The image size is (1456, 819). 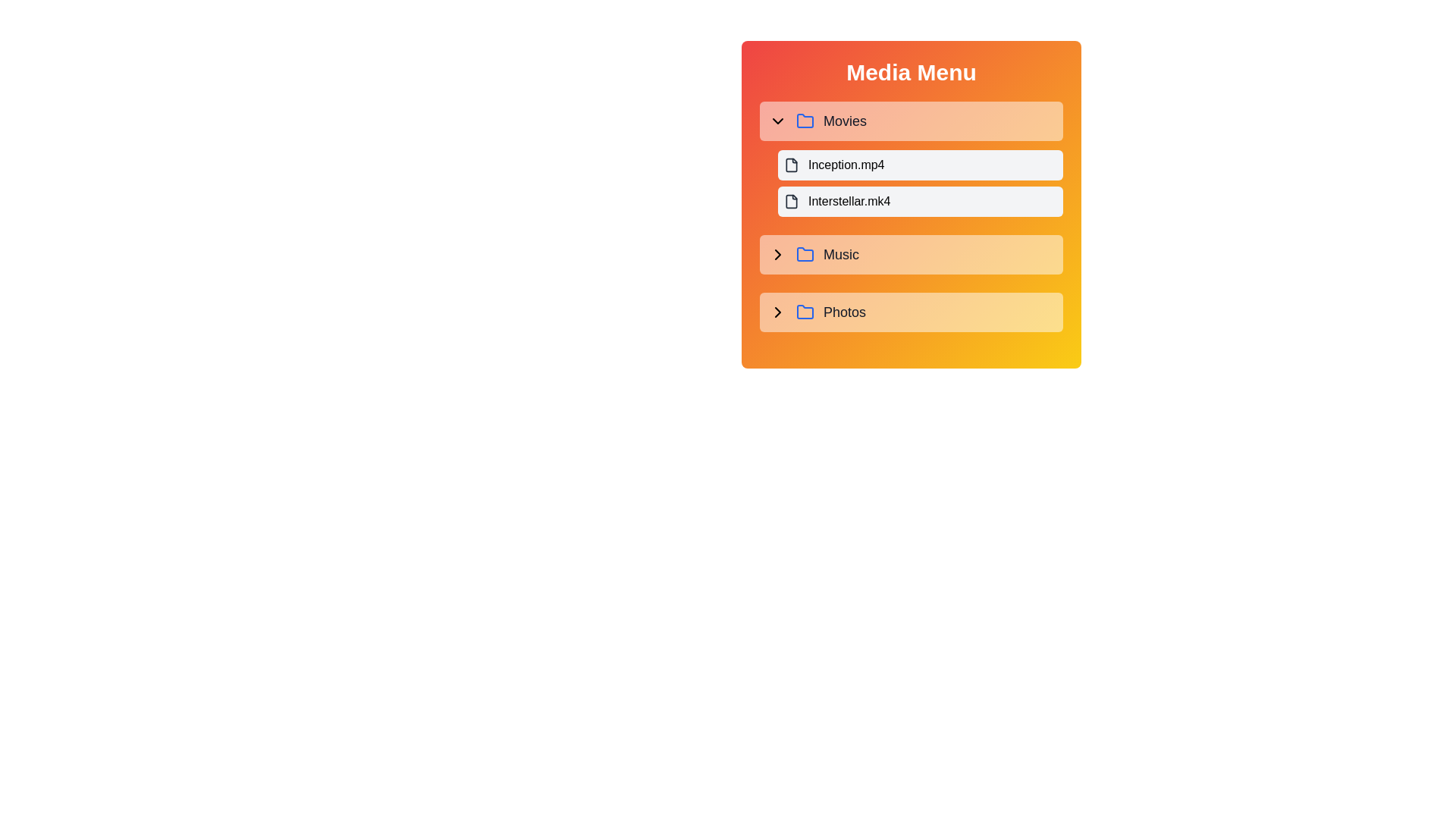 I want to click on the stylized folder icon with a blue outline and light orange background, which is located to the left of the 'Music' label in the media menu, so click(x=804, y=253).